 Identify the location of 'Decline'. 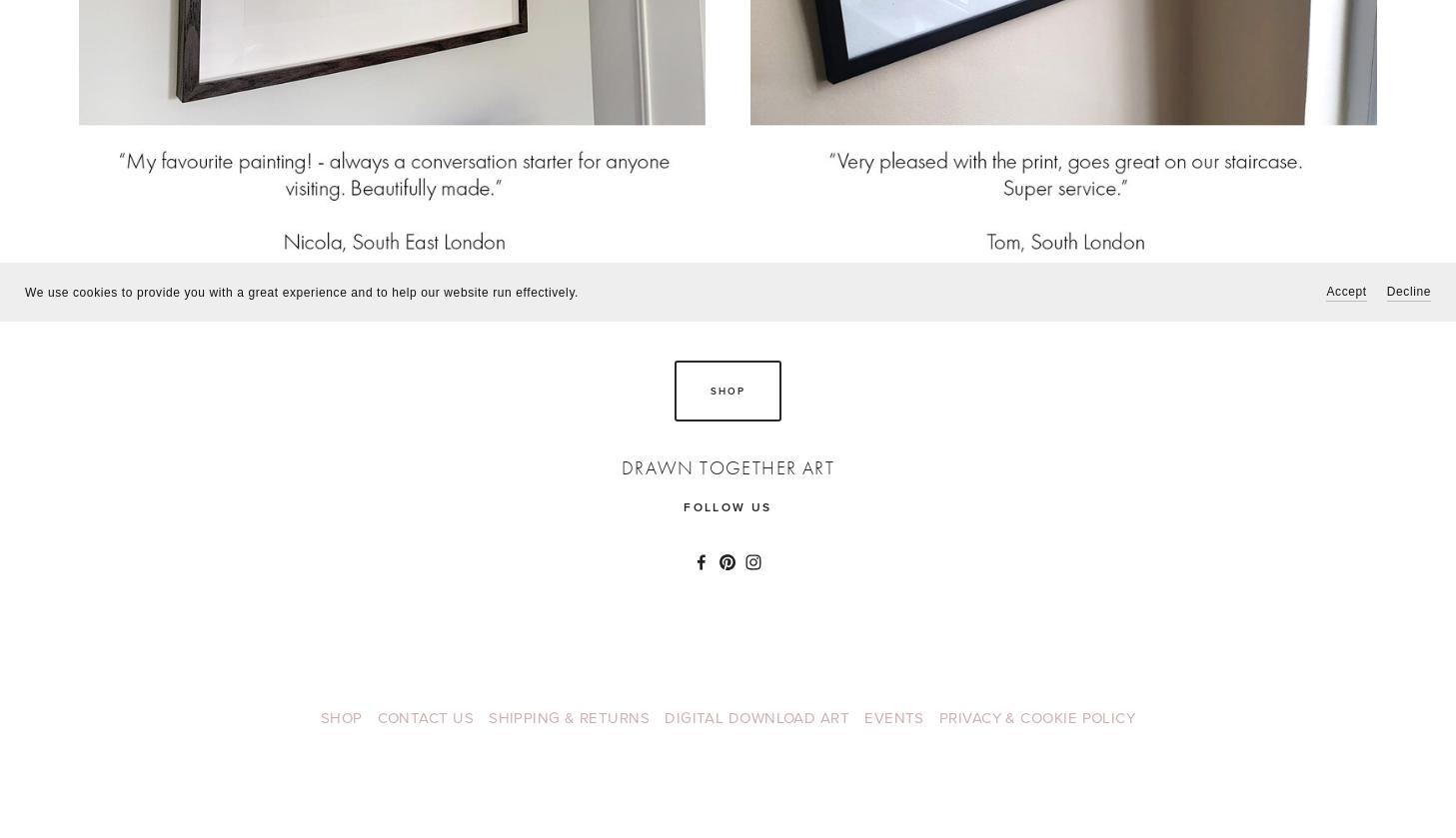
(1408, 291).